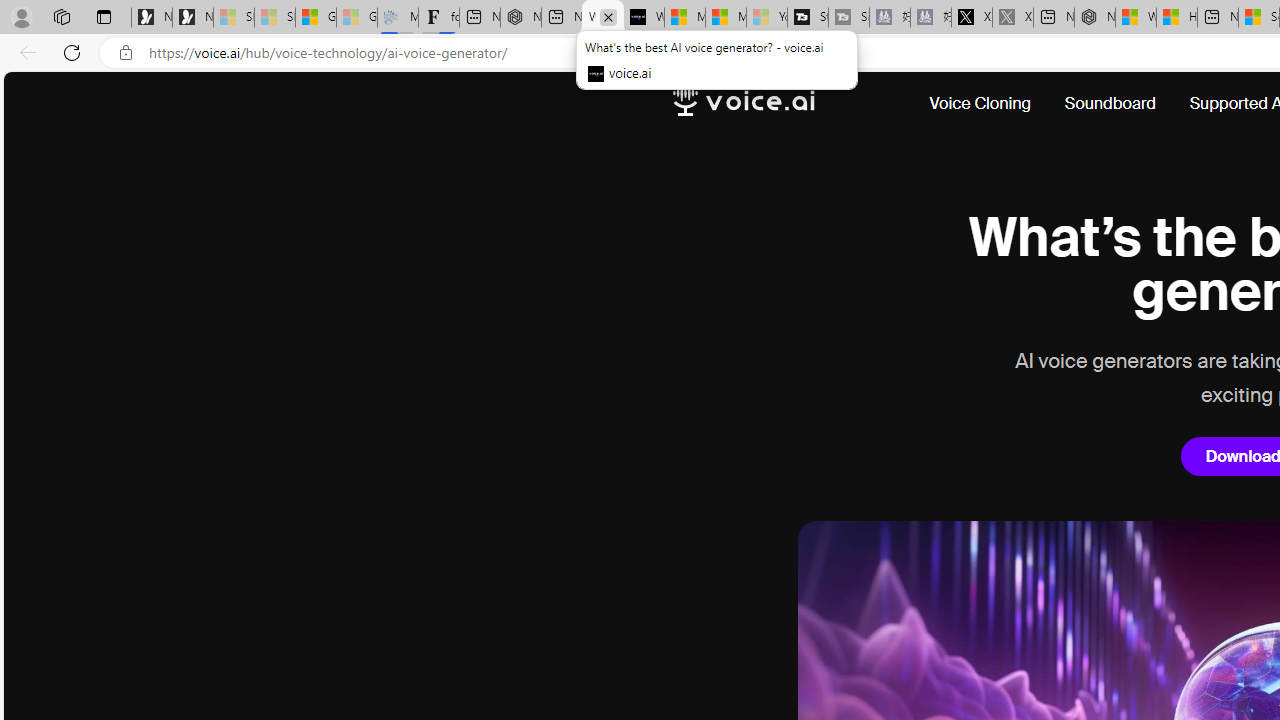  What do you see at coordinates (1108, 104) in the screenshot?
I see `'Soundboard'` at bounding box center [1108, 104].